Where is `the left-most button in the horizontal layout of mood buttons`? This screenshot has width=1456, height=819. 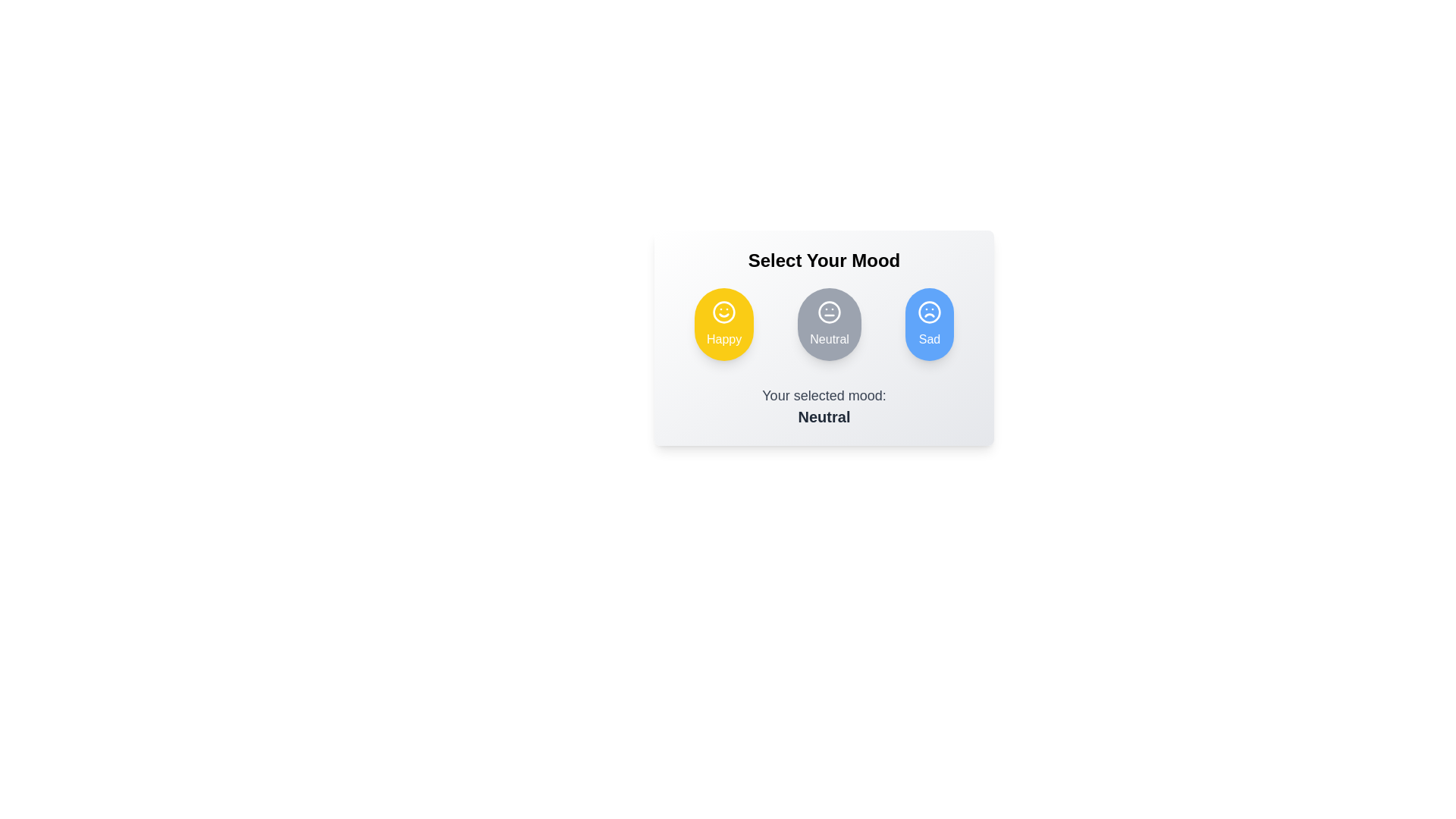 the left-most button in the horizontal layout of mood buttons is located at coordinates (723, 324).